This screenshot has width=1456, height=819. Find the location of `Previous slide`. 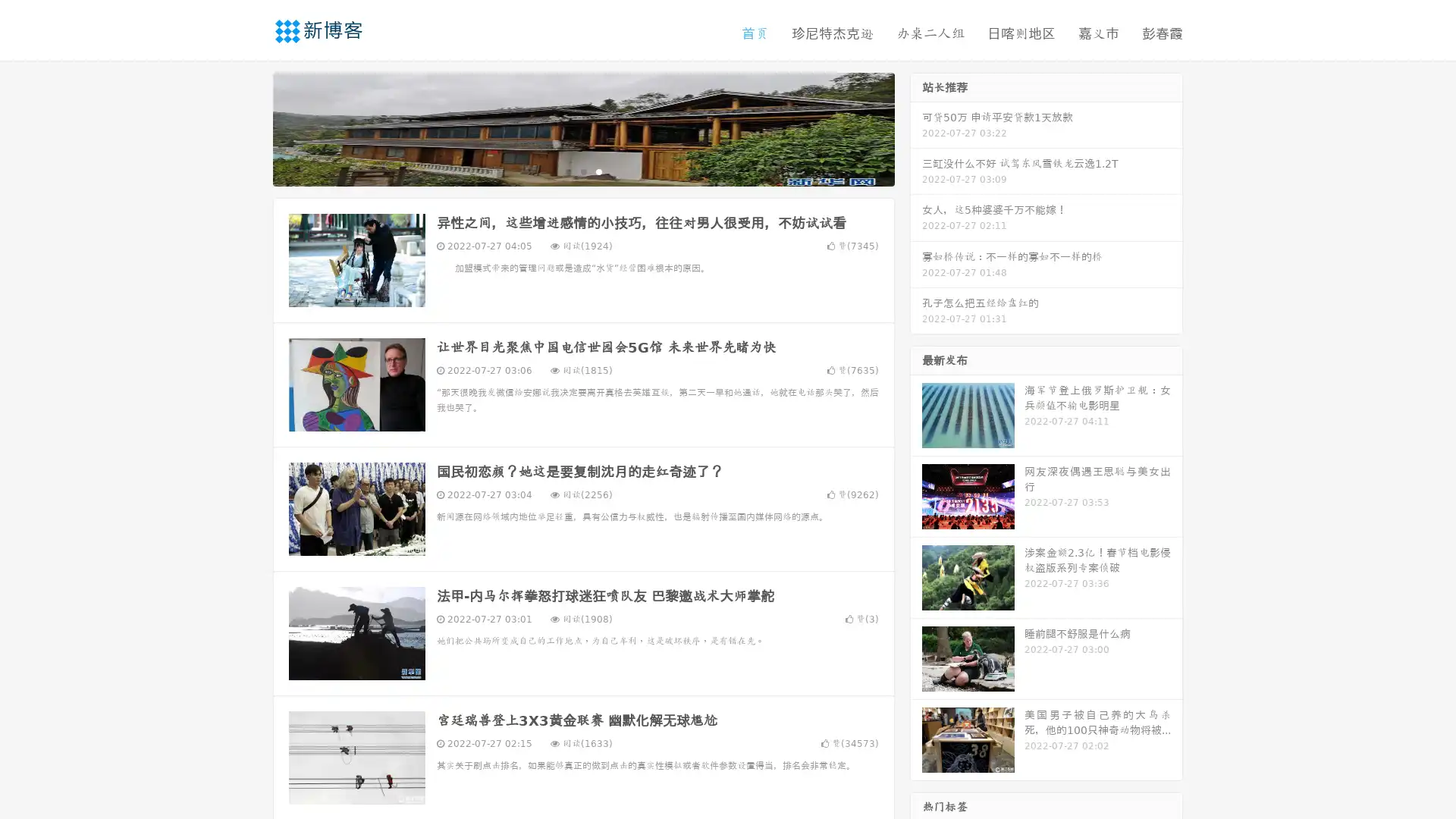

Previous slide is located at coordinates (250, 127).